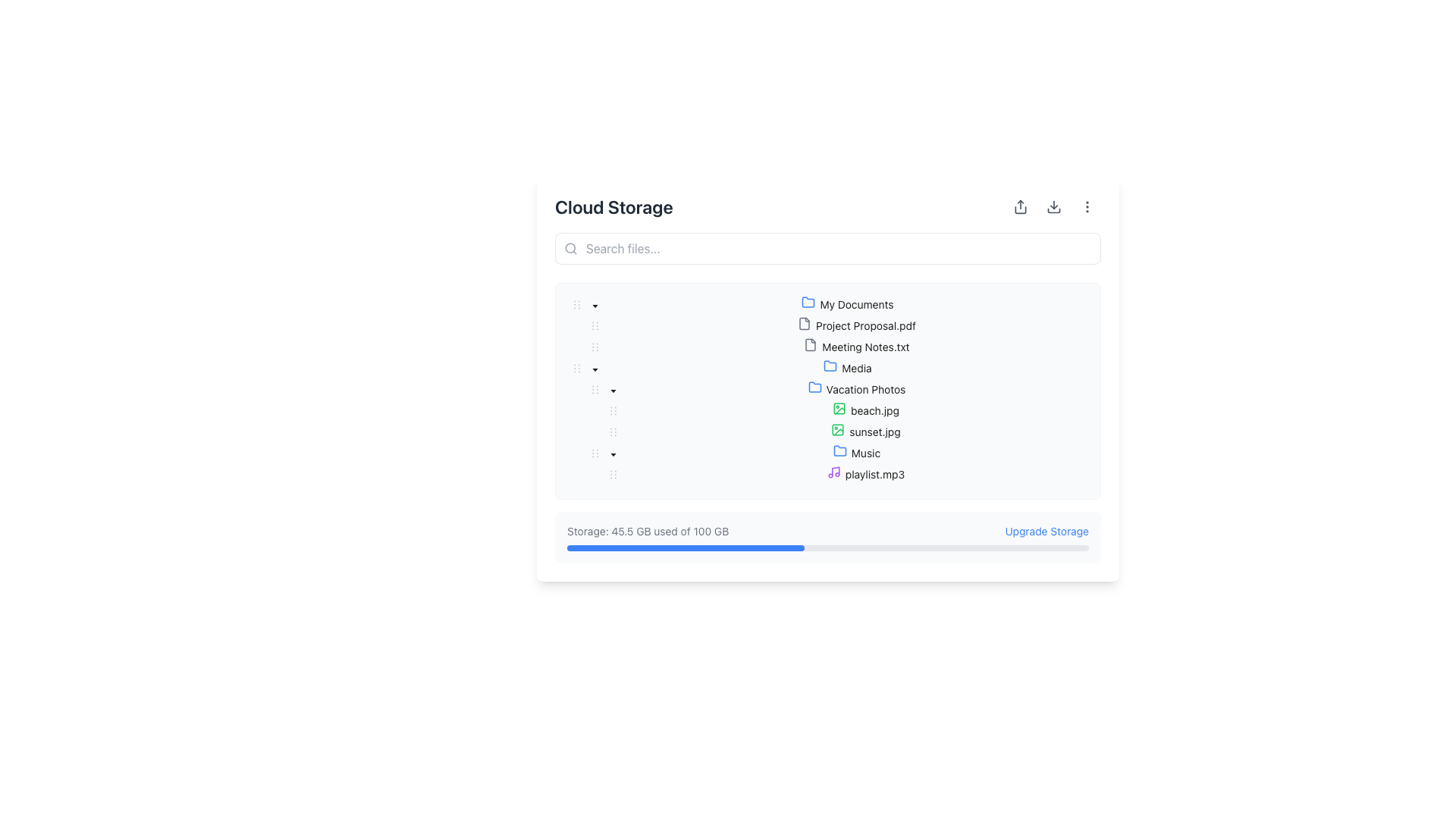 Image resolution: width=1456 pixels, height=819 pixels. I want to click on the search input field located below the 'Cloud Storage' title to activate focus effects, so click(827, 247).